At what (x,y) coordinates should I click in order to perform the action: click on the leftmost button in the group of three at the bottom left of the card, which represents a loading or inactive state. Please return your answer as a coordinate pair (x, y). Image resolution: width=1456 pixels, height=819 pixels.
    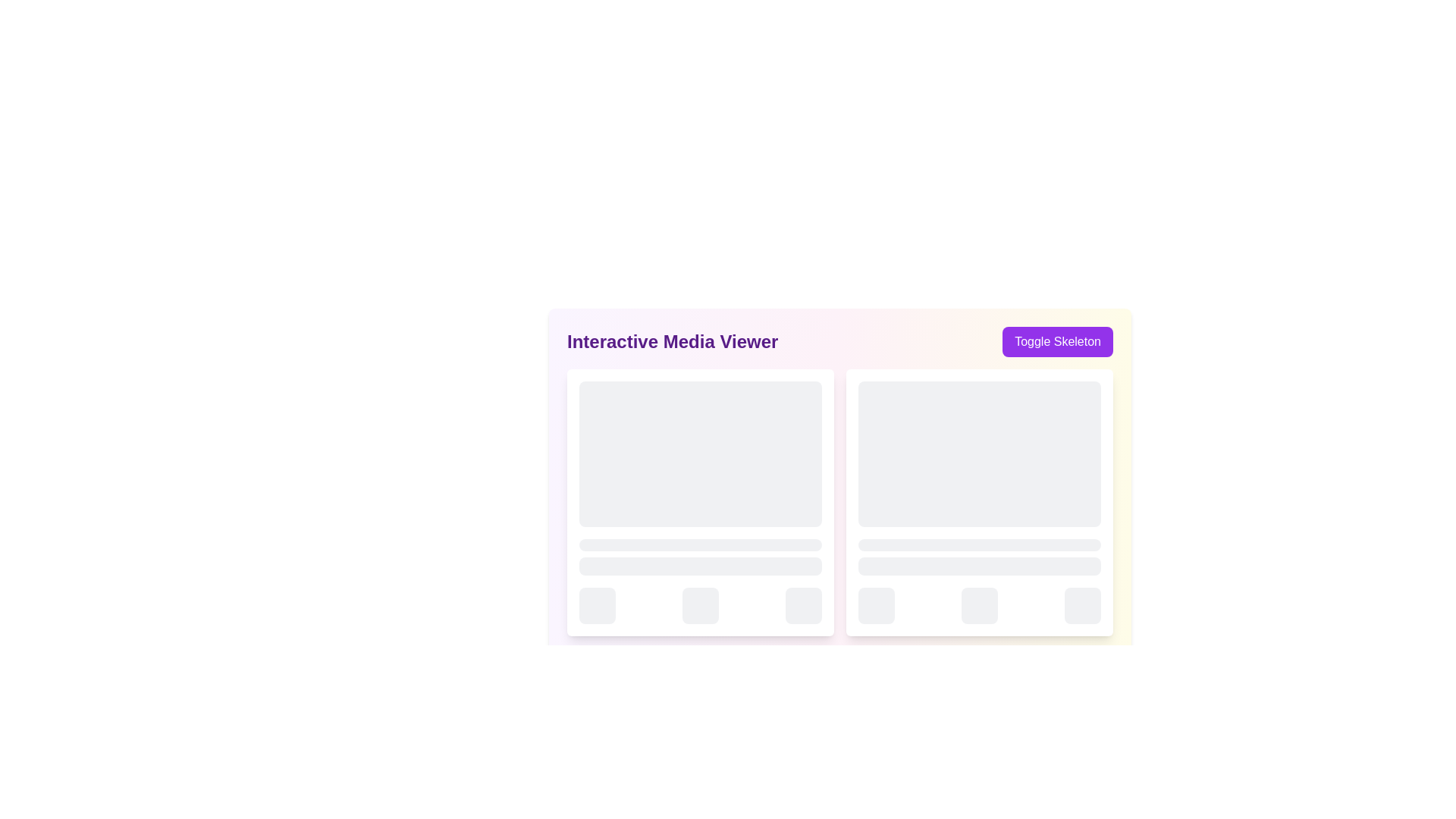
    Looking at the image, I should click on (596, 604).